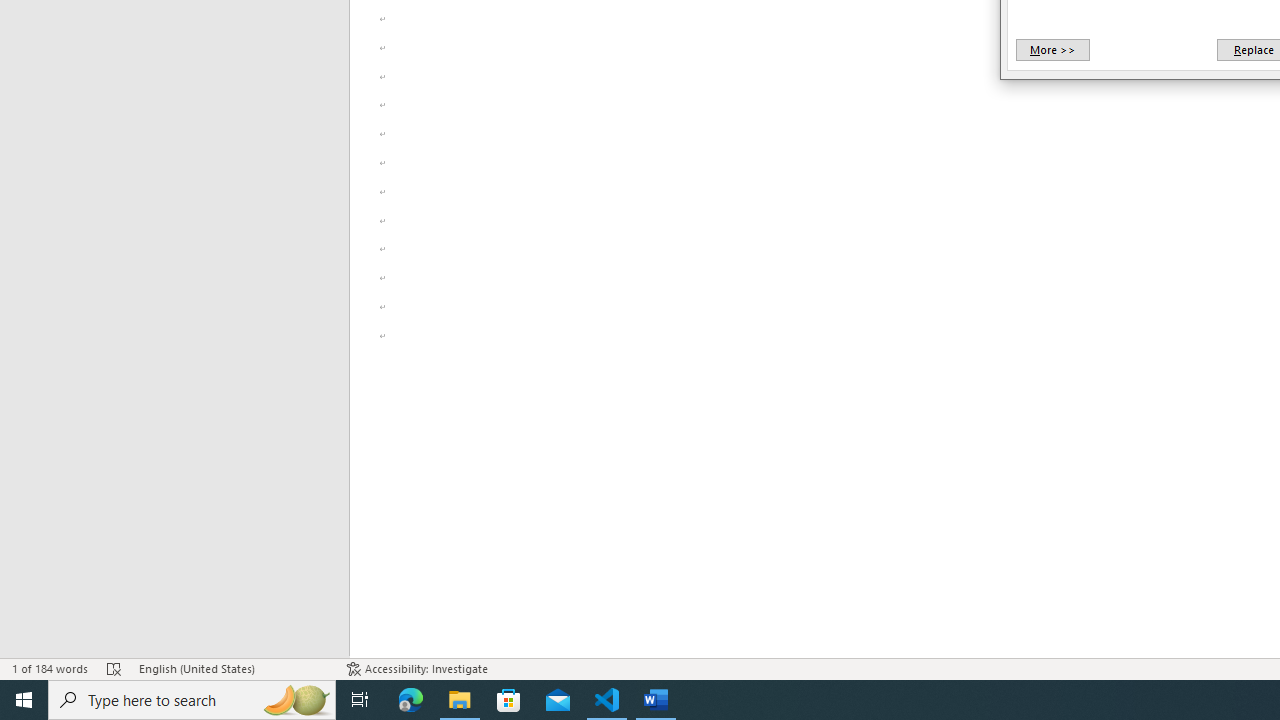 The image size is (1280, 720). What do you see at coordinates (410, 698) in the screenshot?
I see `'Microsoft Edge'` at bounding box center [410, 698].